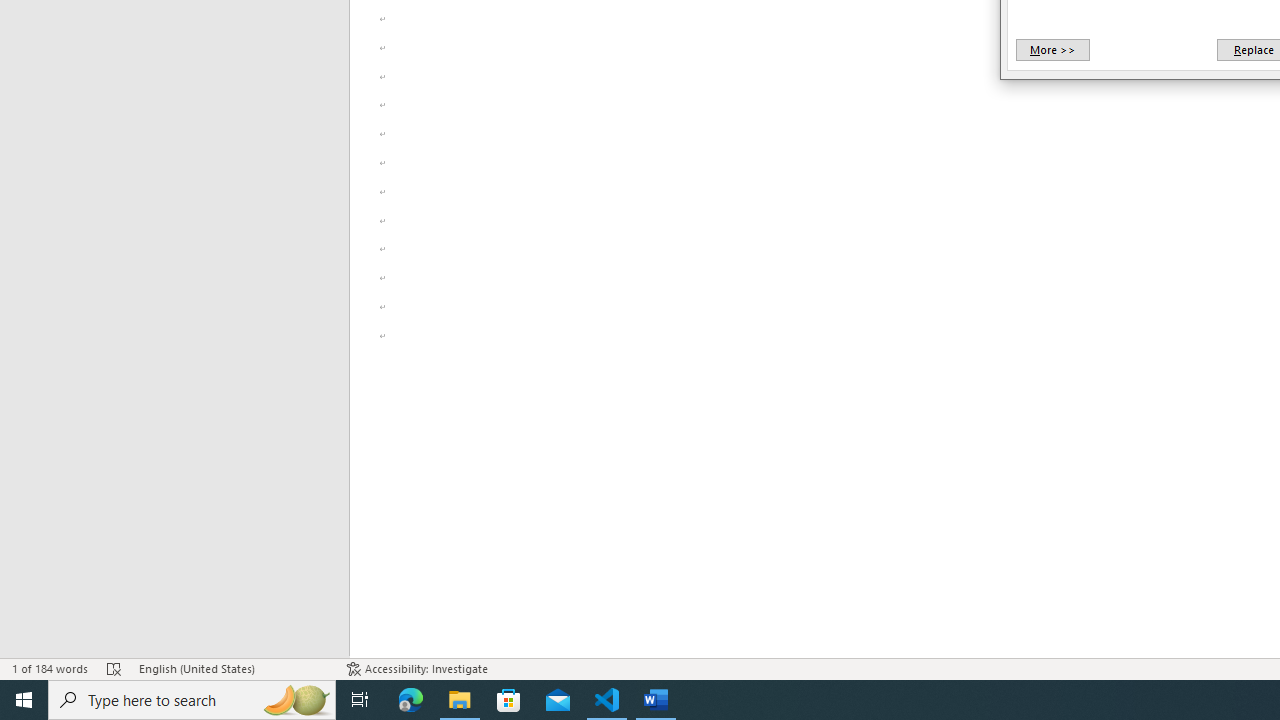 The image size is (1280, 720). What do you see at coordinates (410, 698) in the screenshot?
I see `'Microsoft Edge'` at bounding box center [410, 698].